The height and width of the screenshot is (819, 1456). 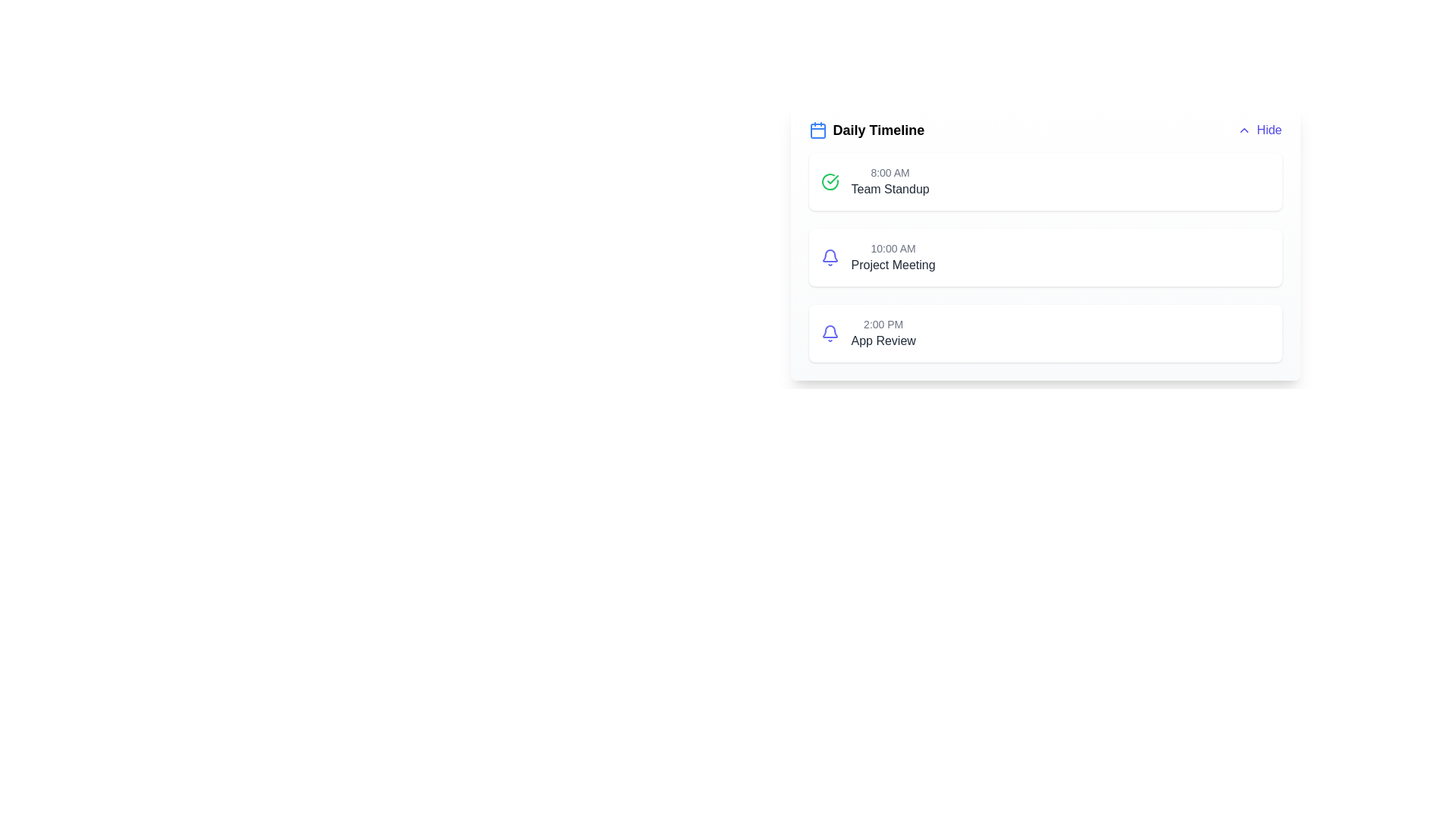 I want to click on text label 'Team Standup' displayed in gray color as part of the 'Daily Timeline' interface, located at the specified coordinates, so click(x=890, y=189).